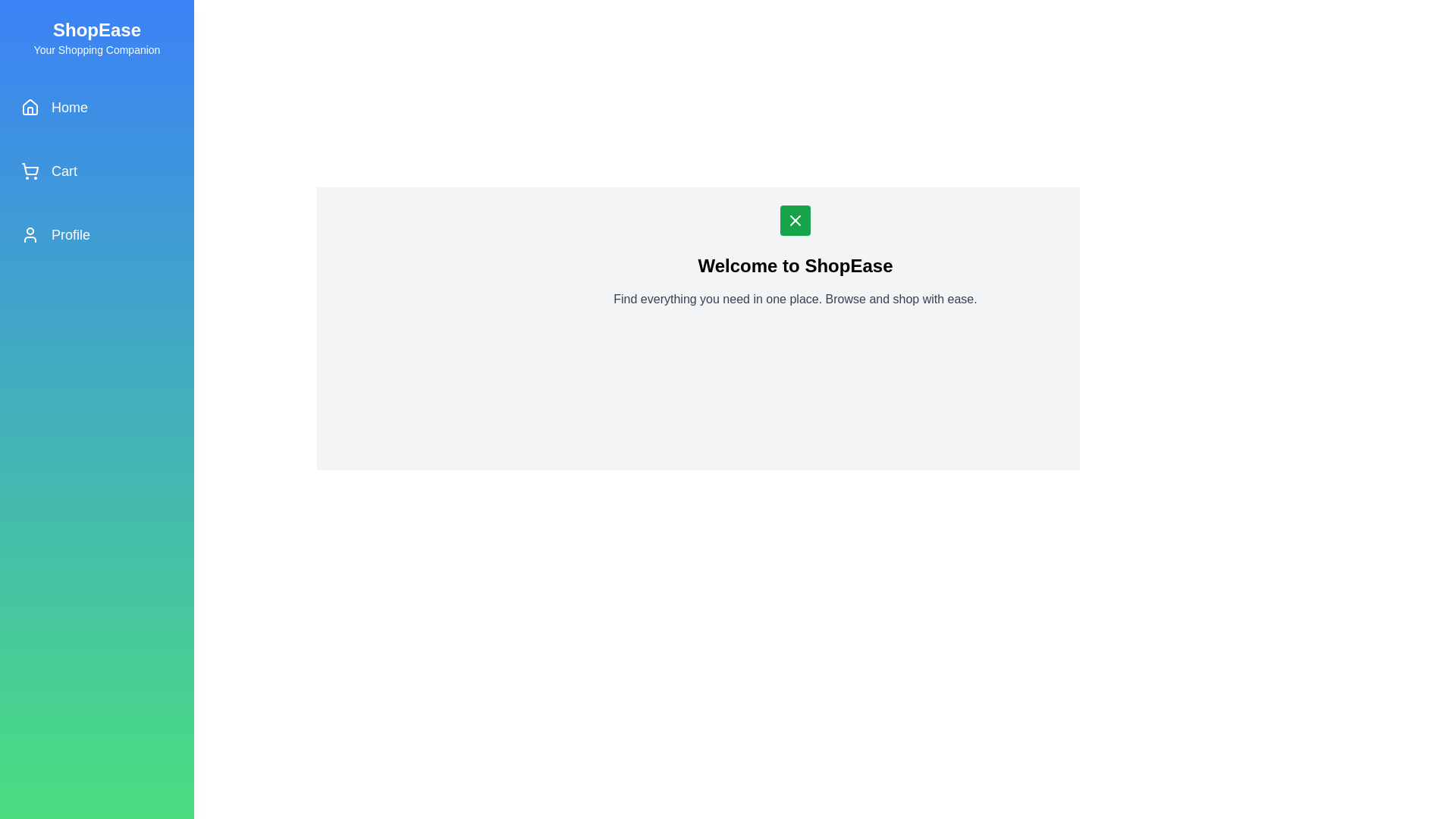 The image size is (1456, 819). Describe the element at coordinates (96, 30) in the screenshot. I see `the 'ShopEase' text label, which is prominently displayed in a bold and large font at the top-left of the sidebar with a gradient blue-green background` at that location.